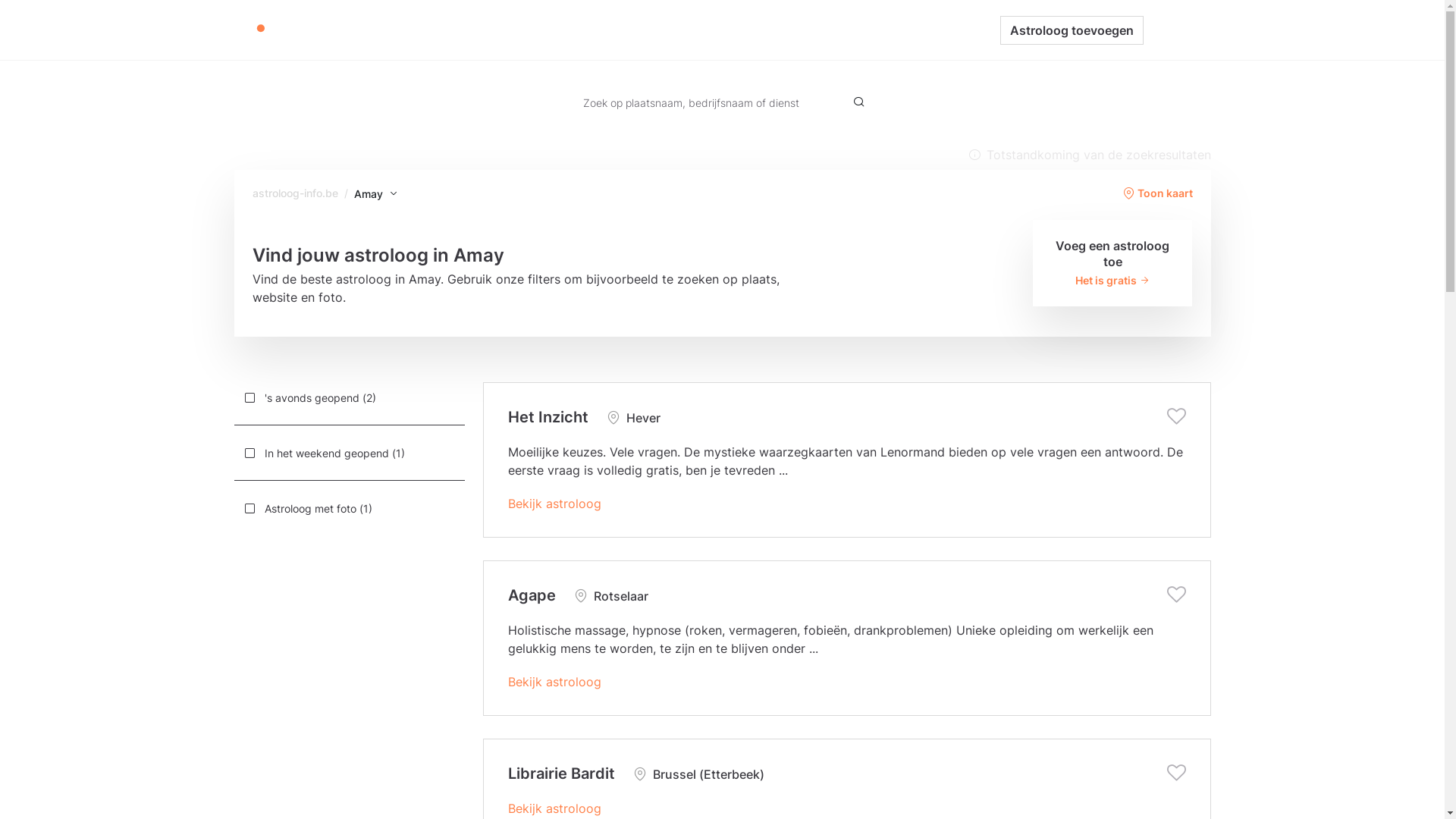  I want to click on 'Bekijk astroloog', so click(554, 503).